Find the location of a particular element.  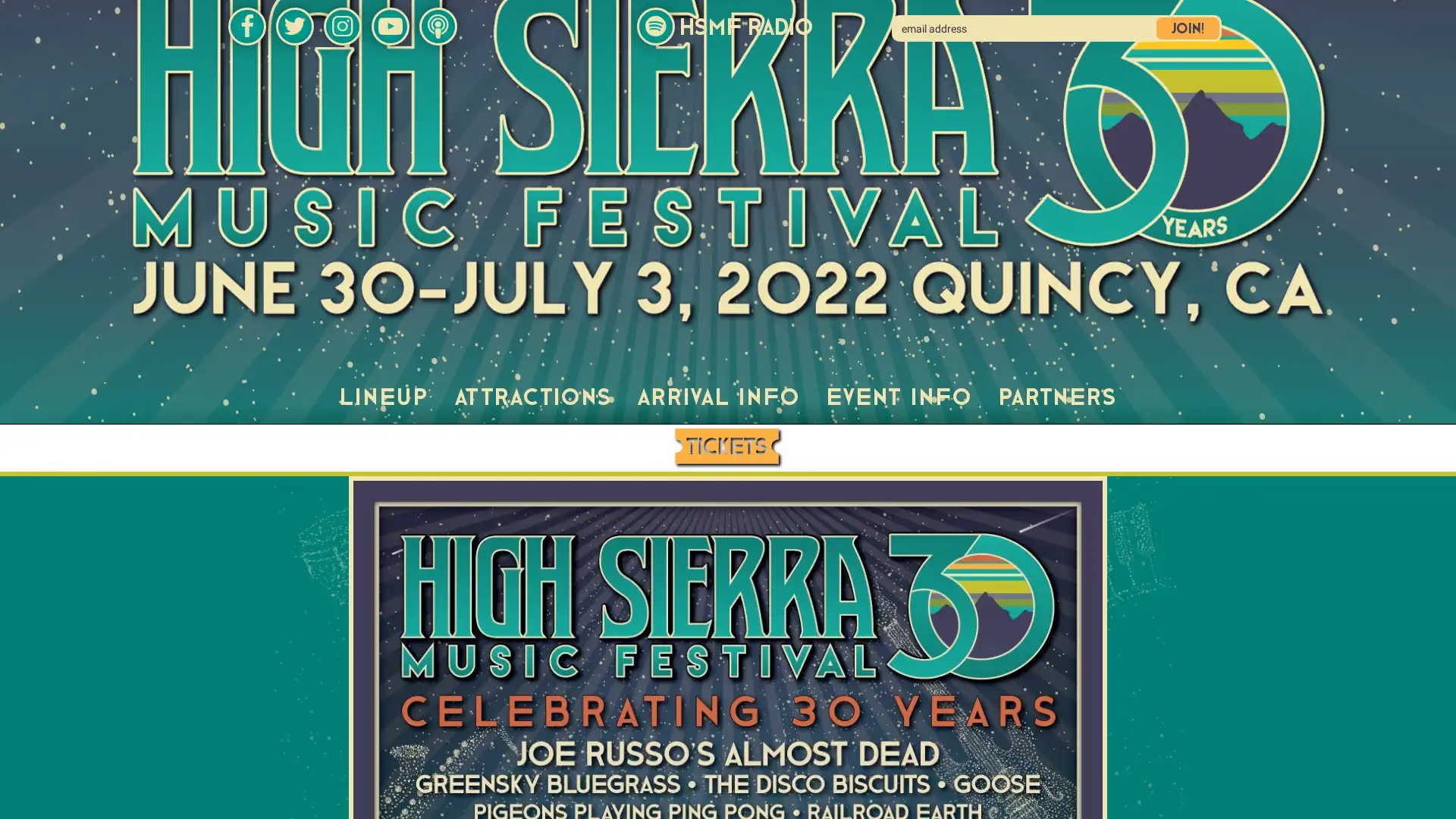

Join! is located at coordinates (1187, 28).